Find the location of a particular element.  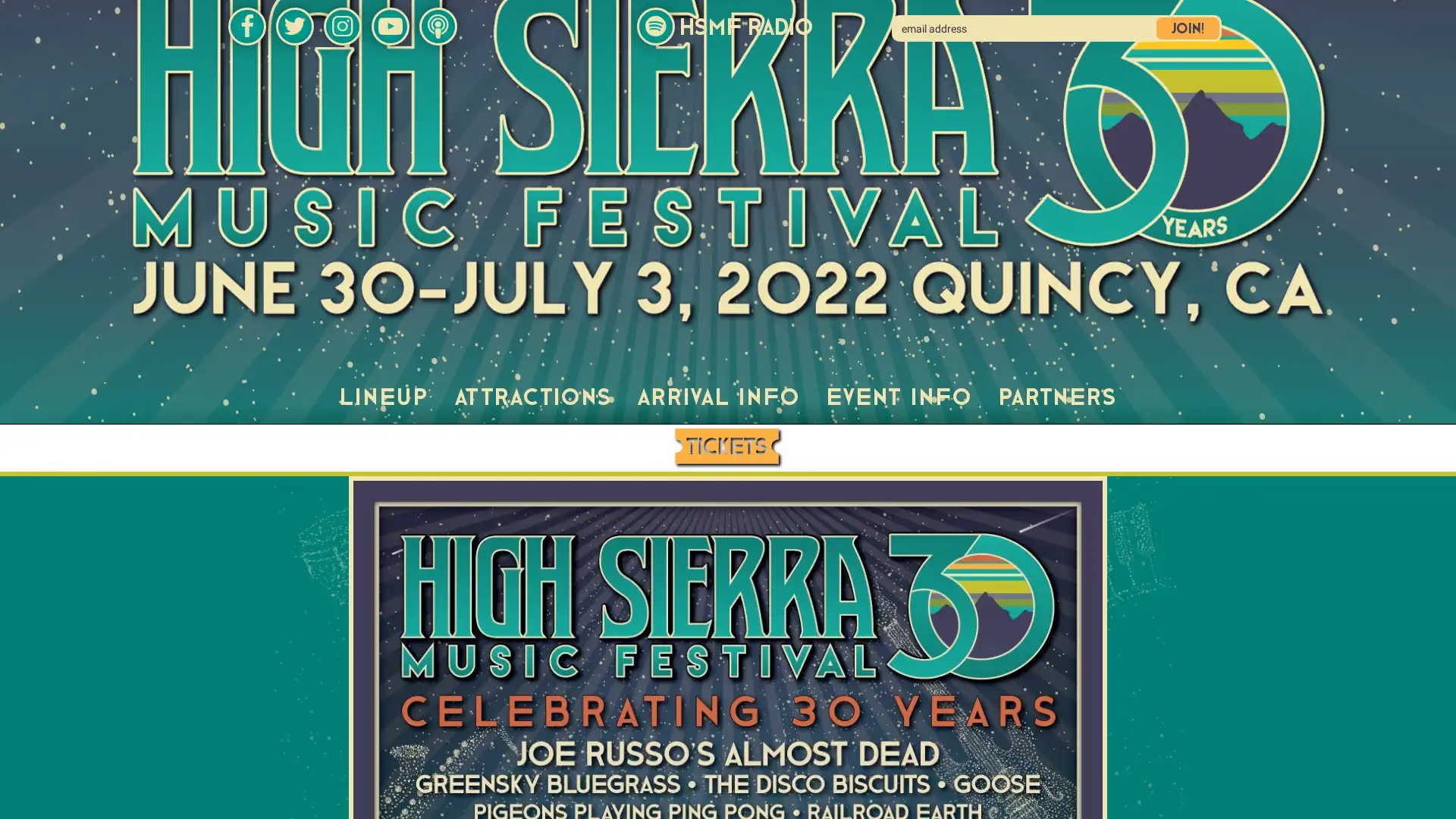

Join! is located at coordinates (1187, 28).